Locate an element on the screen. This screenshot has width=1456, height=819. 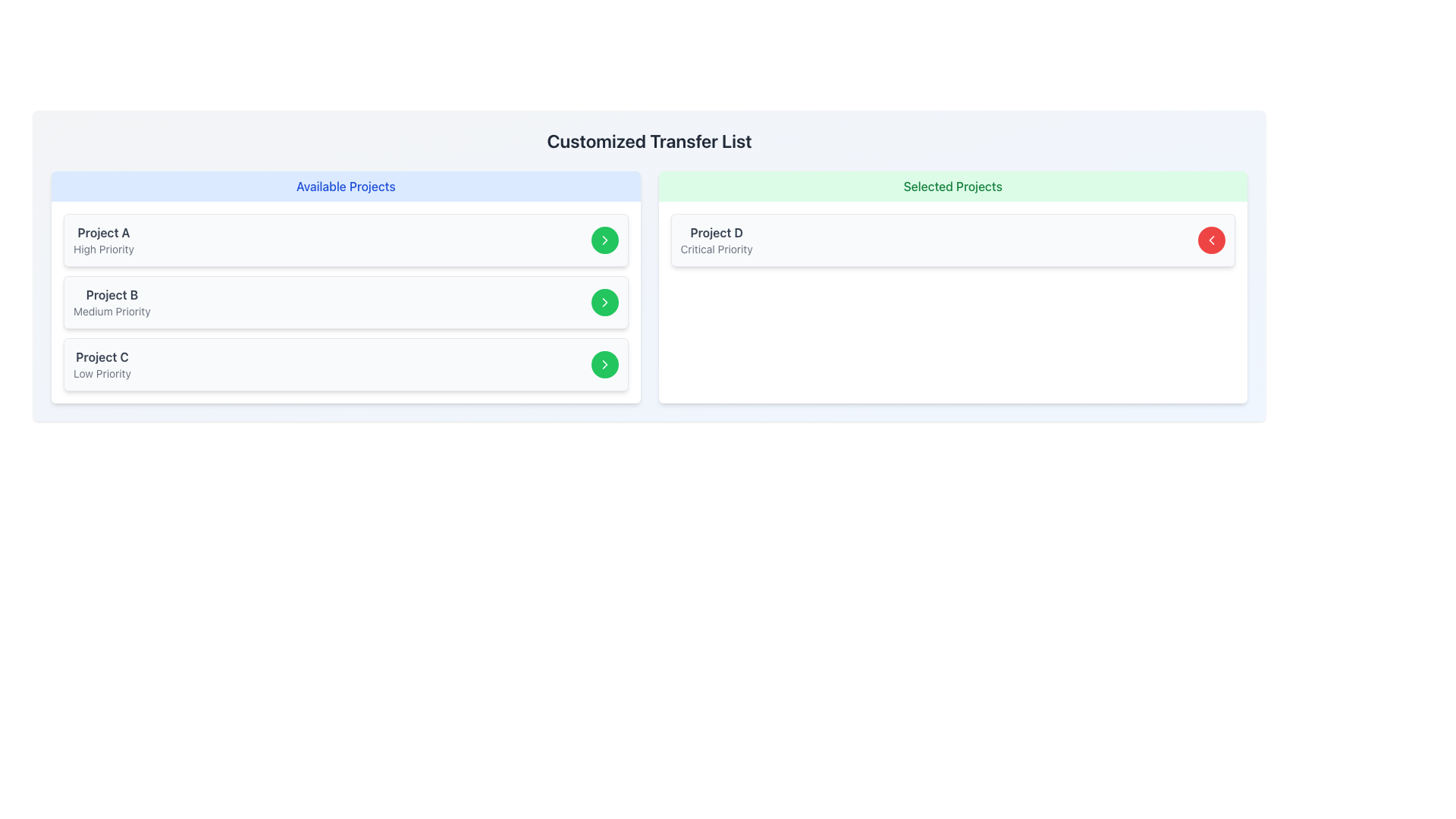
the 'Available Projects' Text Label element, which has a light blue background and bold blue font, located at the top of the left section of the interface is located at coordinates (345, 186).